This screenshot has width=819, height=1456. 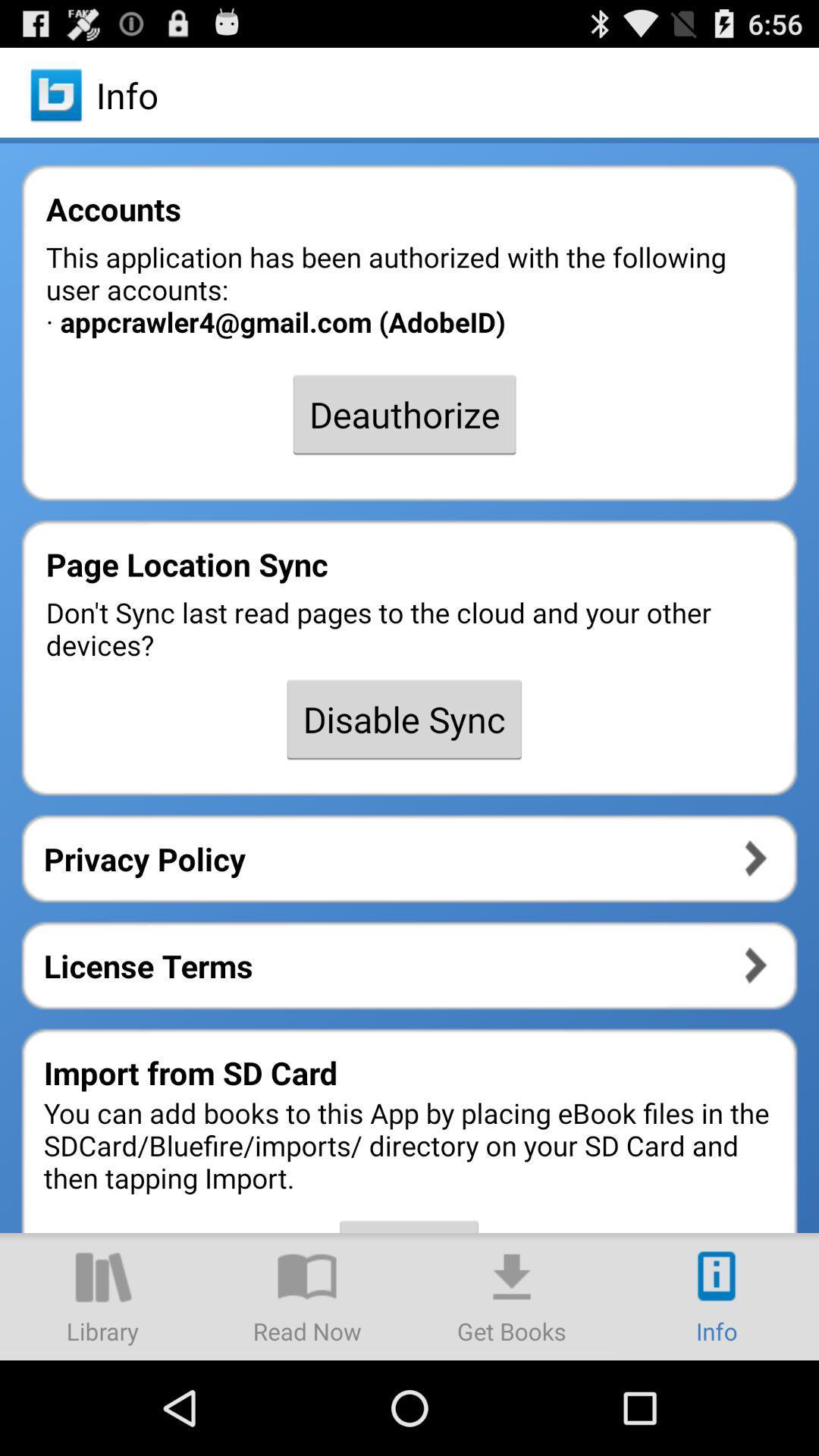 What do you see at coordinates (512, 1295) in the screenshot?
I see `get books` at bounding box center [512, 1295].